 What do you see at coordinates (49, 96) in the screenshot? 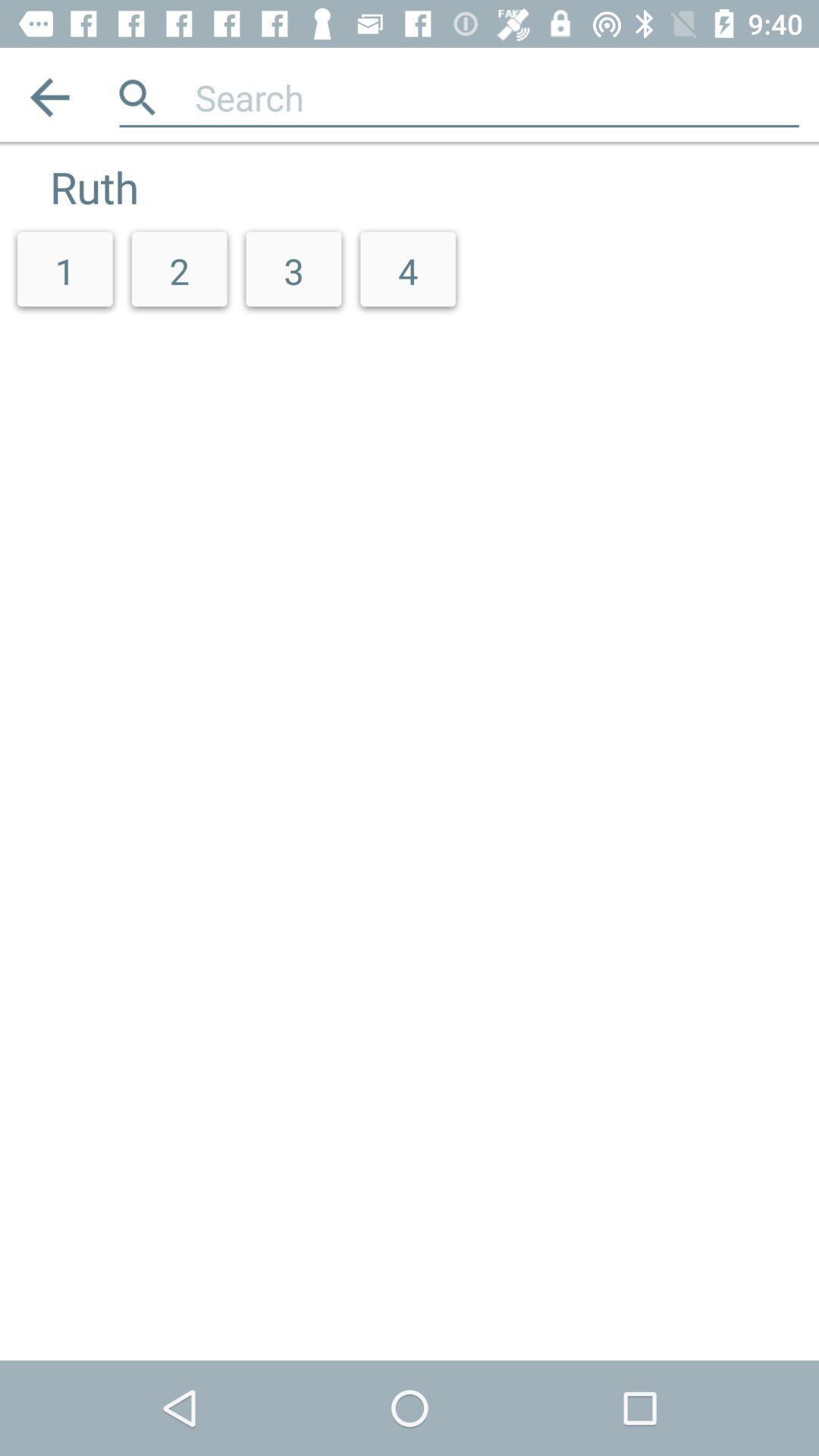
I see `the arrow_backward icon` at bounding box center [49, 96].